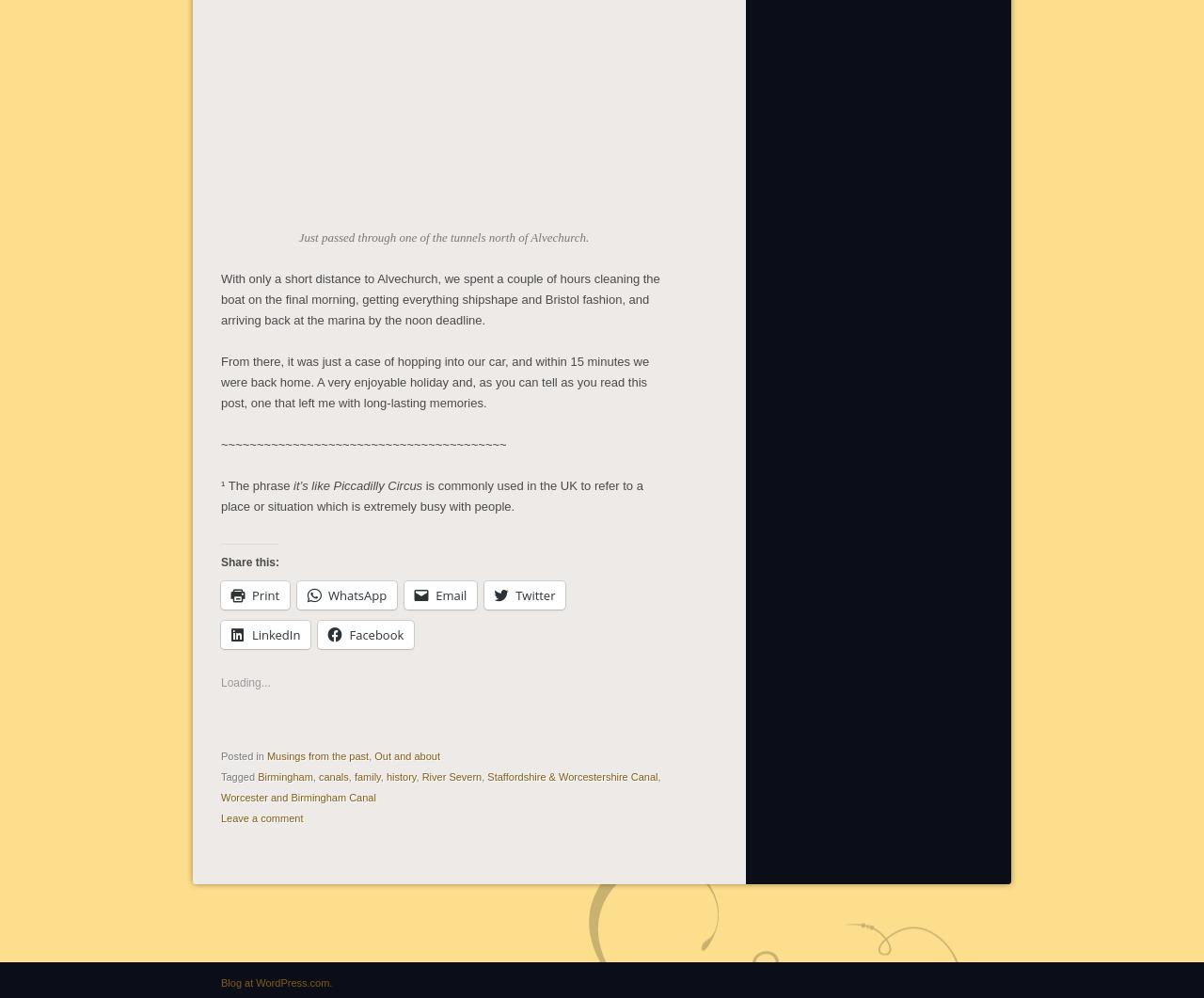 Image resolution: width=1204 pixels, height=998 pixels. I want to click on 'Birmingham', so click(283, 774).